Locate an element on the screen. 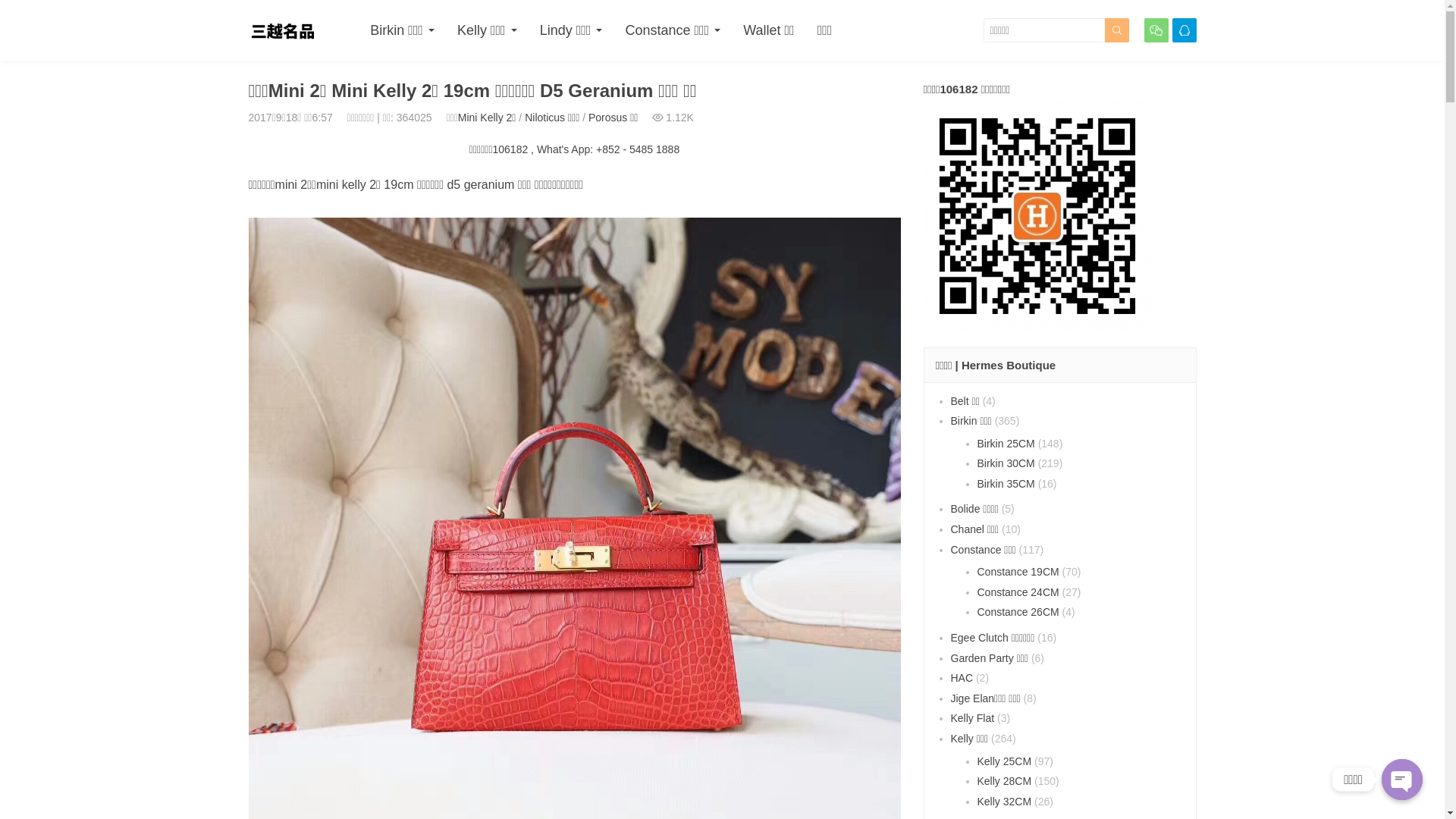 The width and height of the screenshot is (1456, 819). 'Constance 19CM' is located at coordinates (1018, 571).